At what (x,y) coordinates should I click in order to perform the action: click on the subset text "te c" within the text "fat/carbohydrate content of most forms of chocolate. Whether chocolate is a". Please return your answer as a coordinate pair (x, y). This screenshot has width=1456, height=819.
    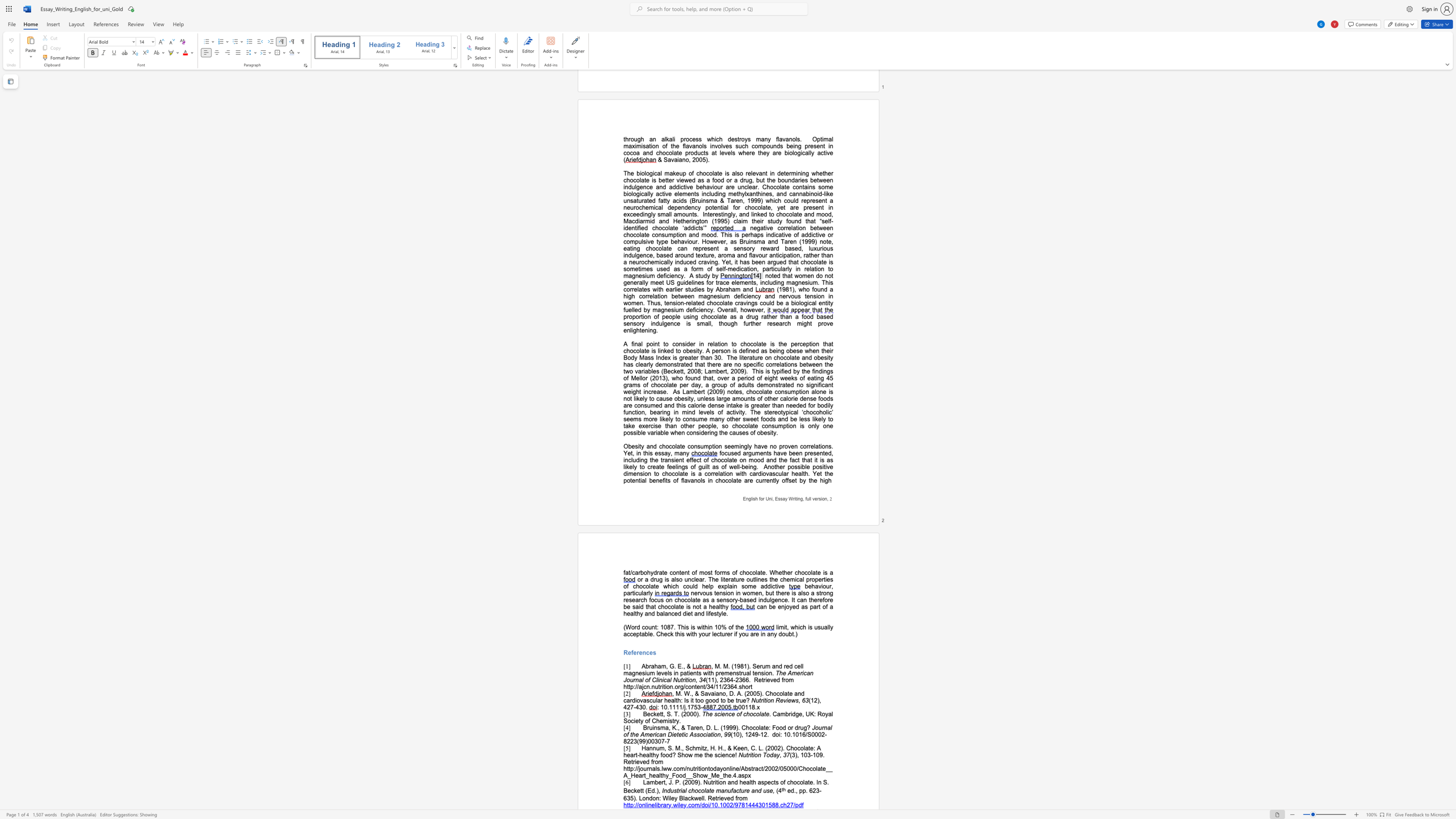
    Looking at the image, I should click on (662, 572).